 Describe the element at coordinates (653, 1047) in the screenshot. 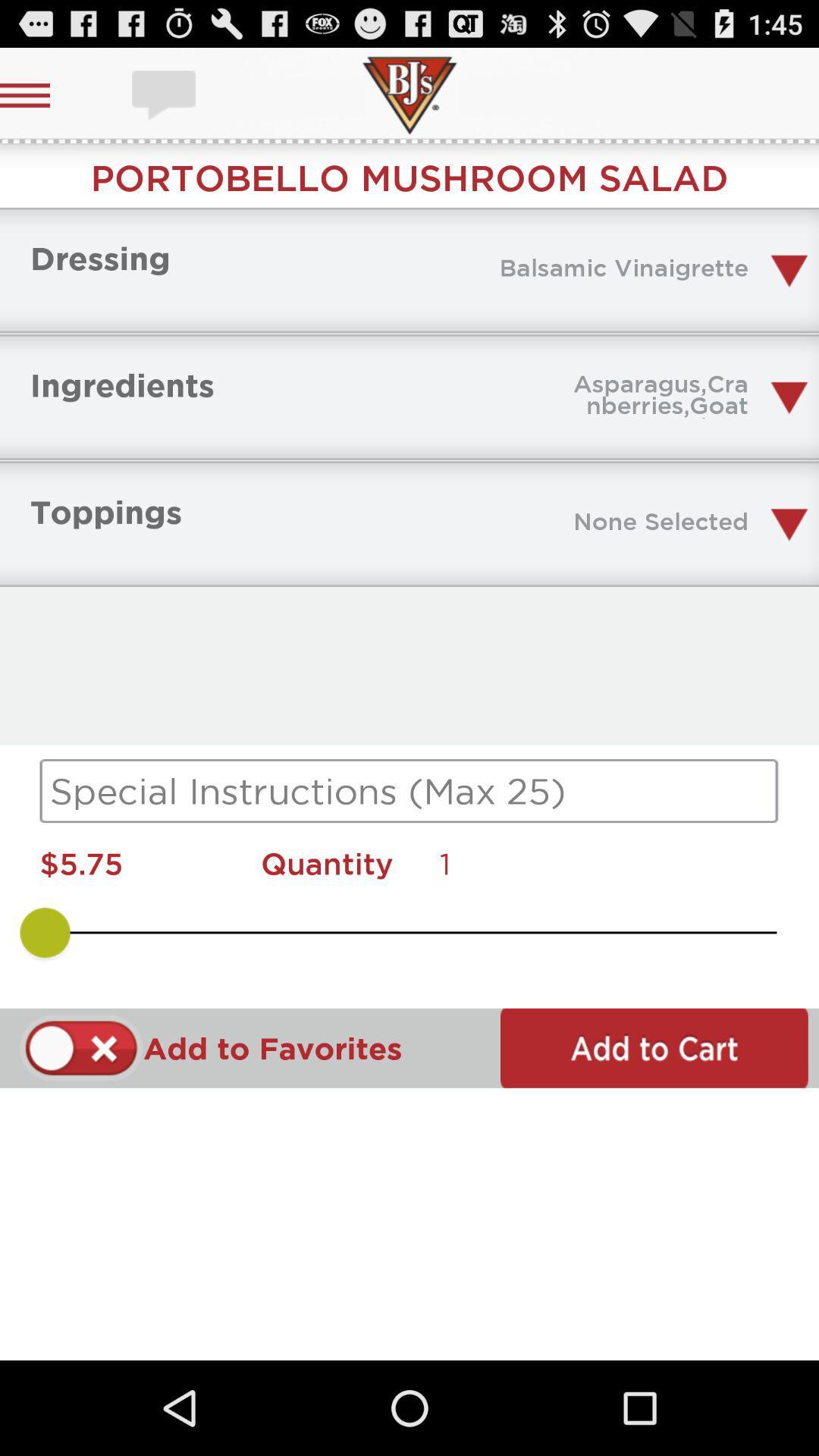

I see `item to cart` at that location.